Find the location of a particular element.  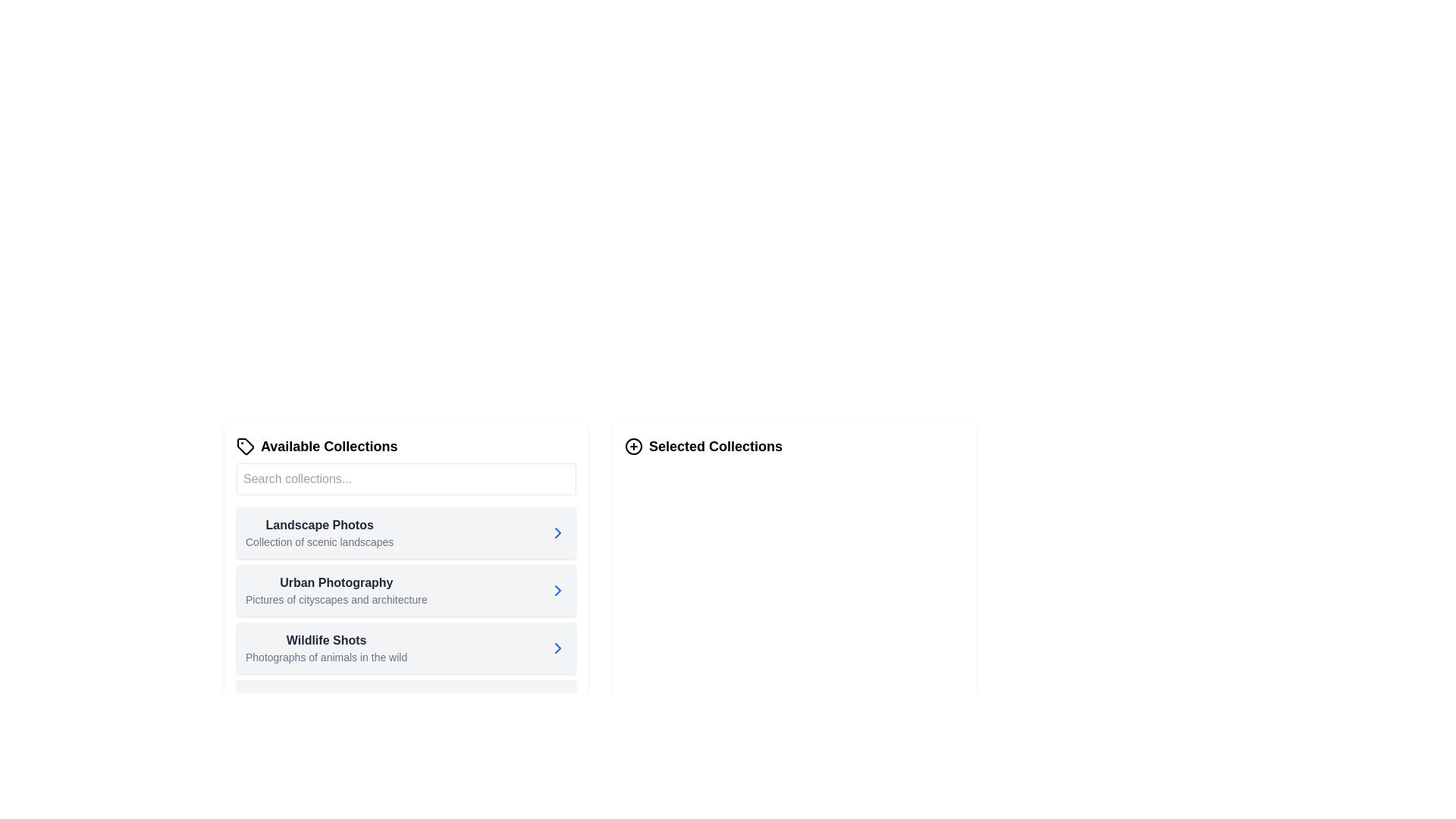

the text label displaying 'Photographs of animals in the wild', which is styled in gray and positioned below the 'Wildlife Shots' heading is located at coordinates (325, 657).